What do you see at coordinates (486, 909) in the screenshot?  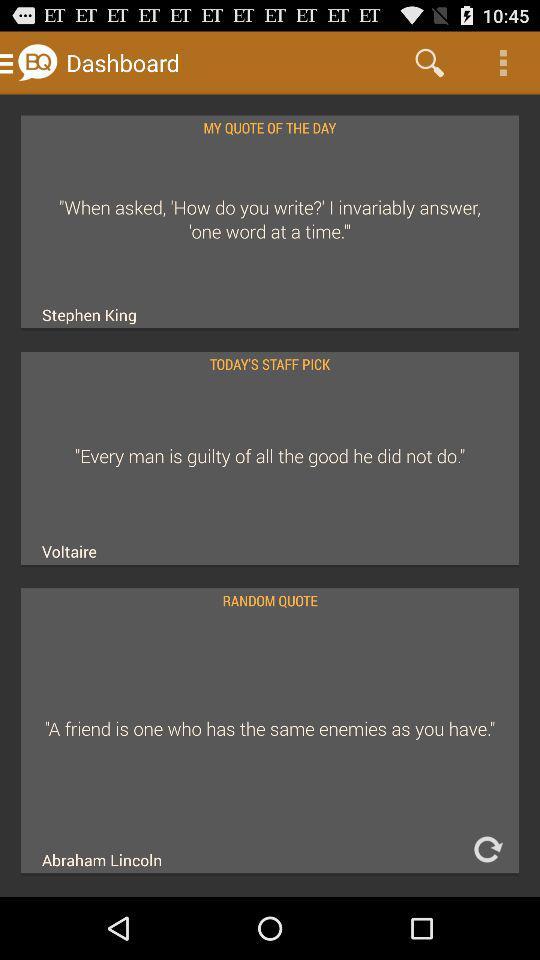 I see `the refresh icon` at bounding box center [486, 909].